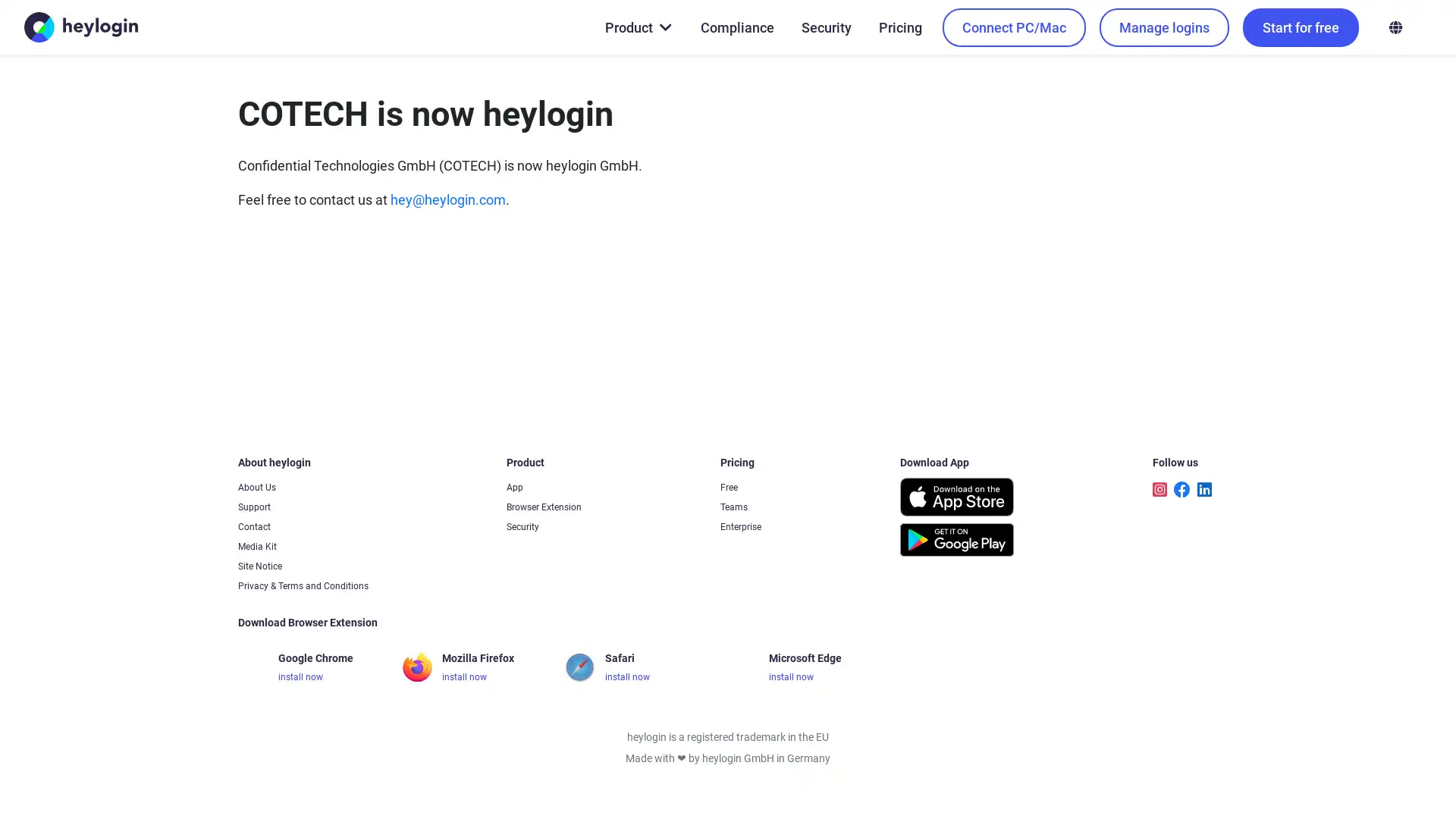 The height and width of the screenshot is (819, 1456). I want to click on Language Switcher, so click(1395, 27).